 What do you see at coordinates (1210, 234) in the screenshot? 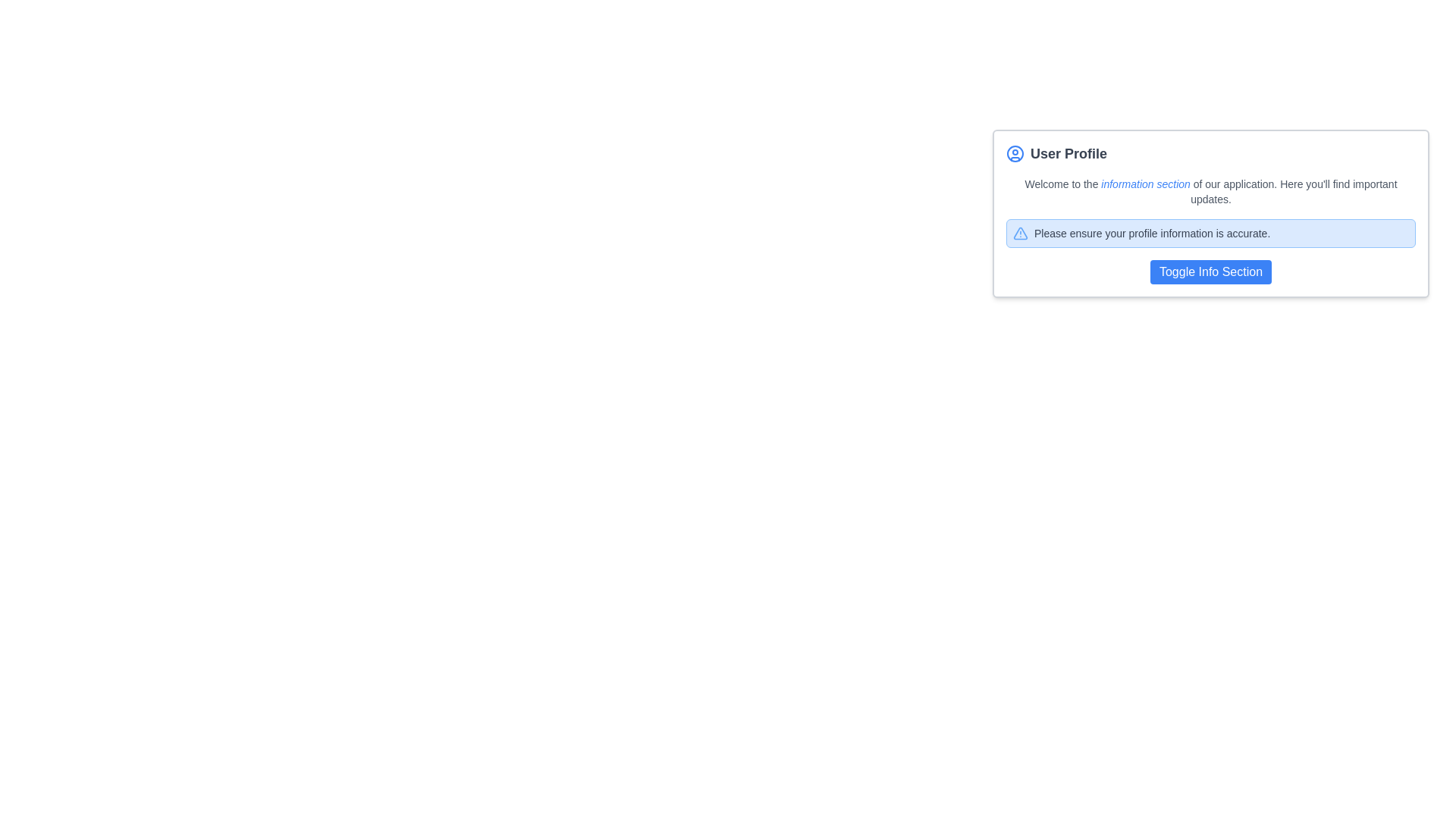
I see `the informational message section that contains a blue warning icon and the text 'Please ensure your profile information is accurate.'` at bounding box center [1210, 234].